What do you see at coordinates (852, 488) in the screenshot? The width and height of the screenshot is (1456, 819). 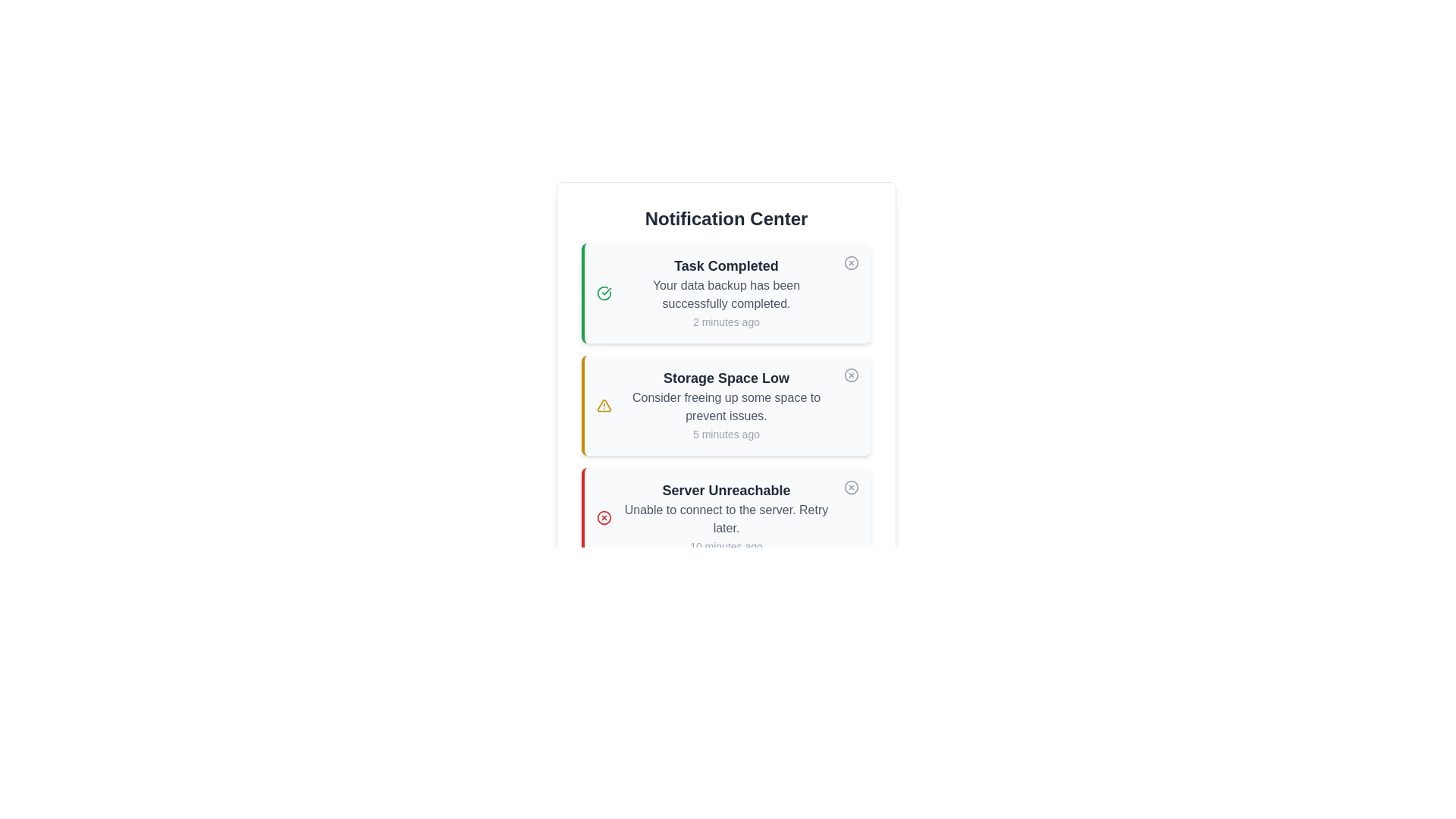 I see `the circular graphical icon representing the 'Server Unreachable' notification, which is styled as part of an SVG component and is located at the bottom right side of the notification card` at bounding box center [852, 488].